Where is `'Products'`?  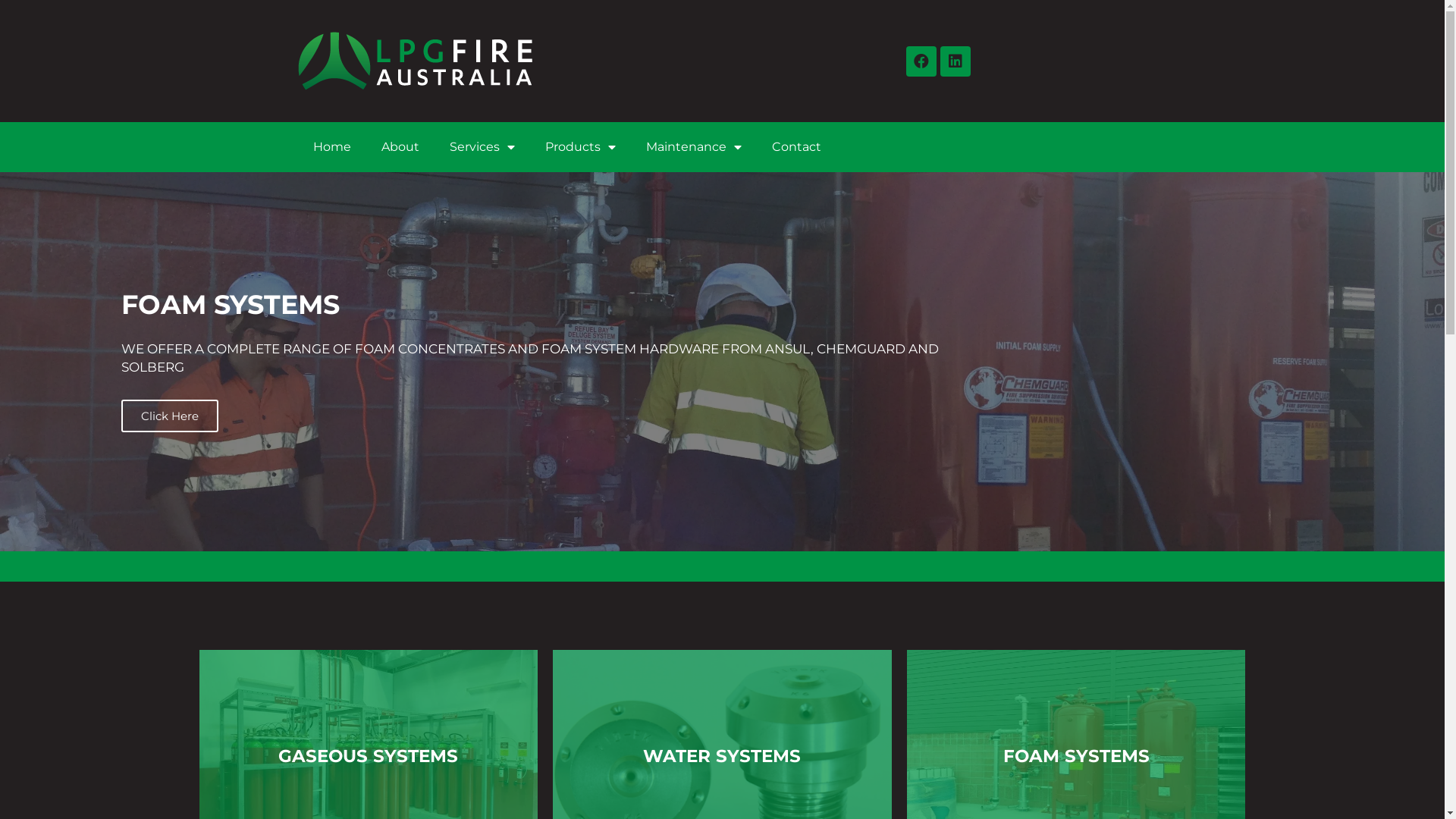
'Products' is located at coordinates (579, 146).